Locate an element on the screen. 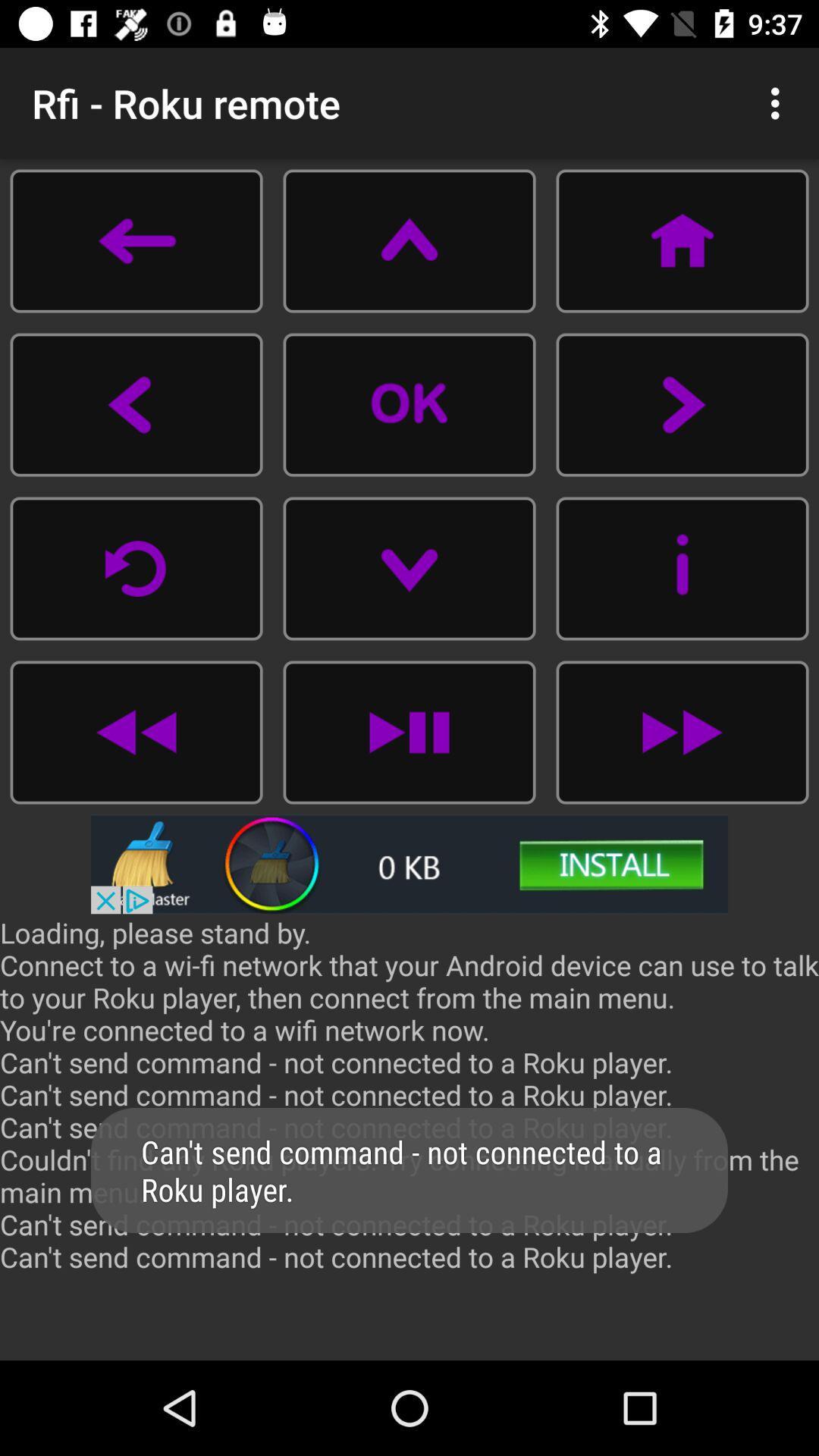 This screenshot has width=819, height=1456. next page the article is located at coordinates (681, 404).